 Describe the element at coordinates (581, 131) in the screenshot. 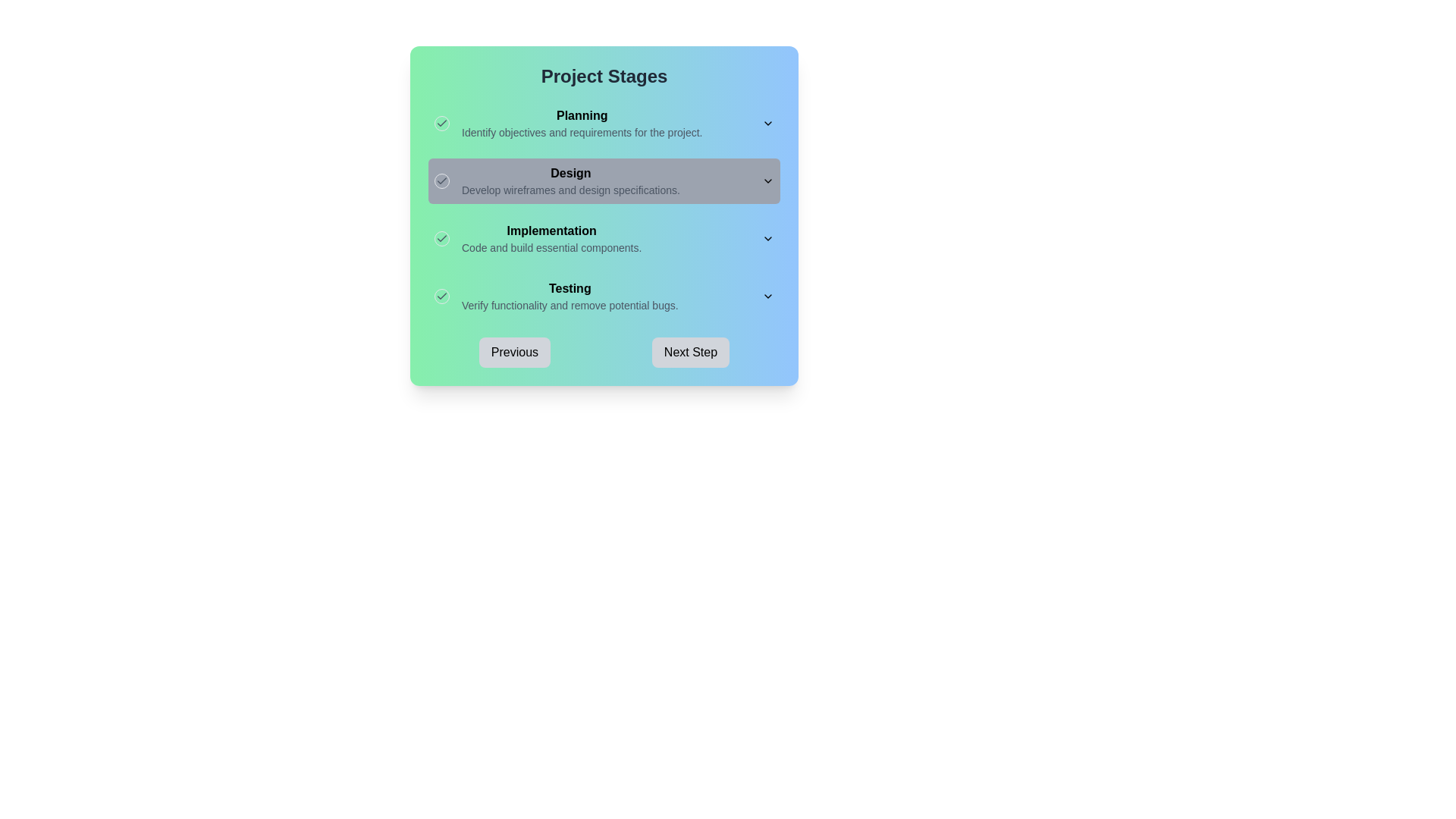

I see `the text label that reads 'Identify objectives and requirements for the project.' which is located under the 'Planning' section heading` at that location.